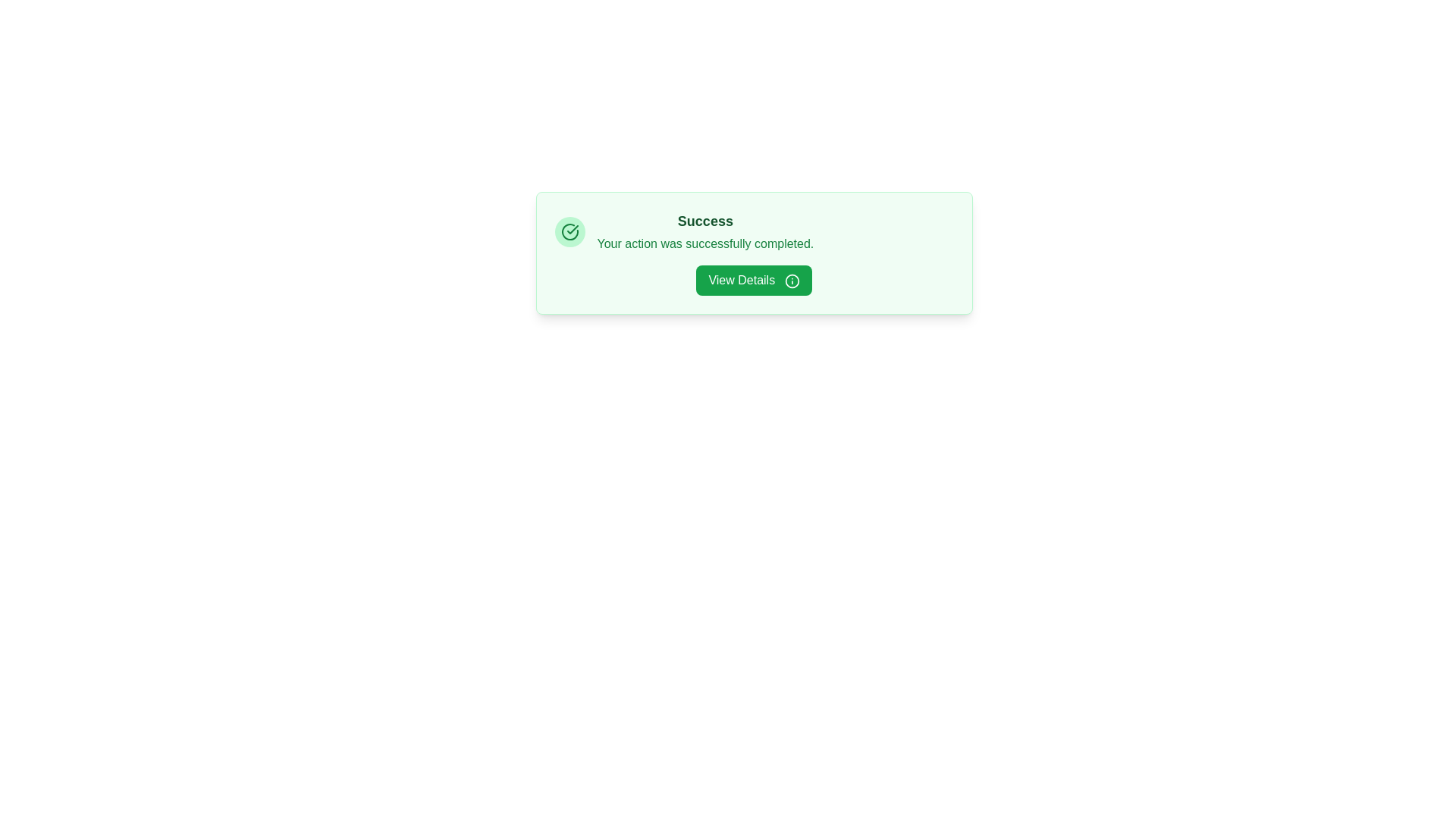  What do you see at coordinates (569, 231) in the screenshot?
I see `the icon to trigger visual feedback` at bounding box center [569, 231].